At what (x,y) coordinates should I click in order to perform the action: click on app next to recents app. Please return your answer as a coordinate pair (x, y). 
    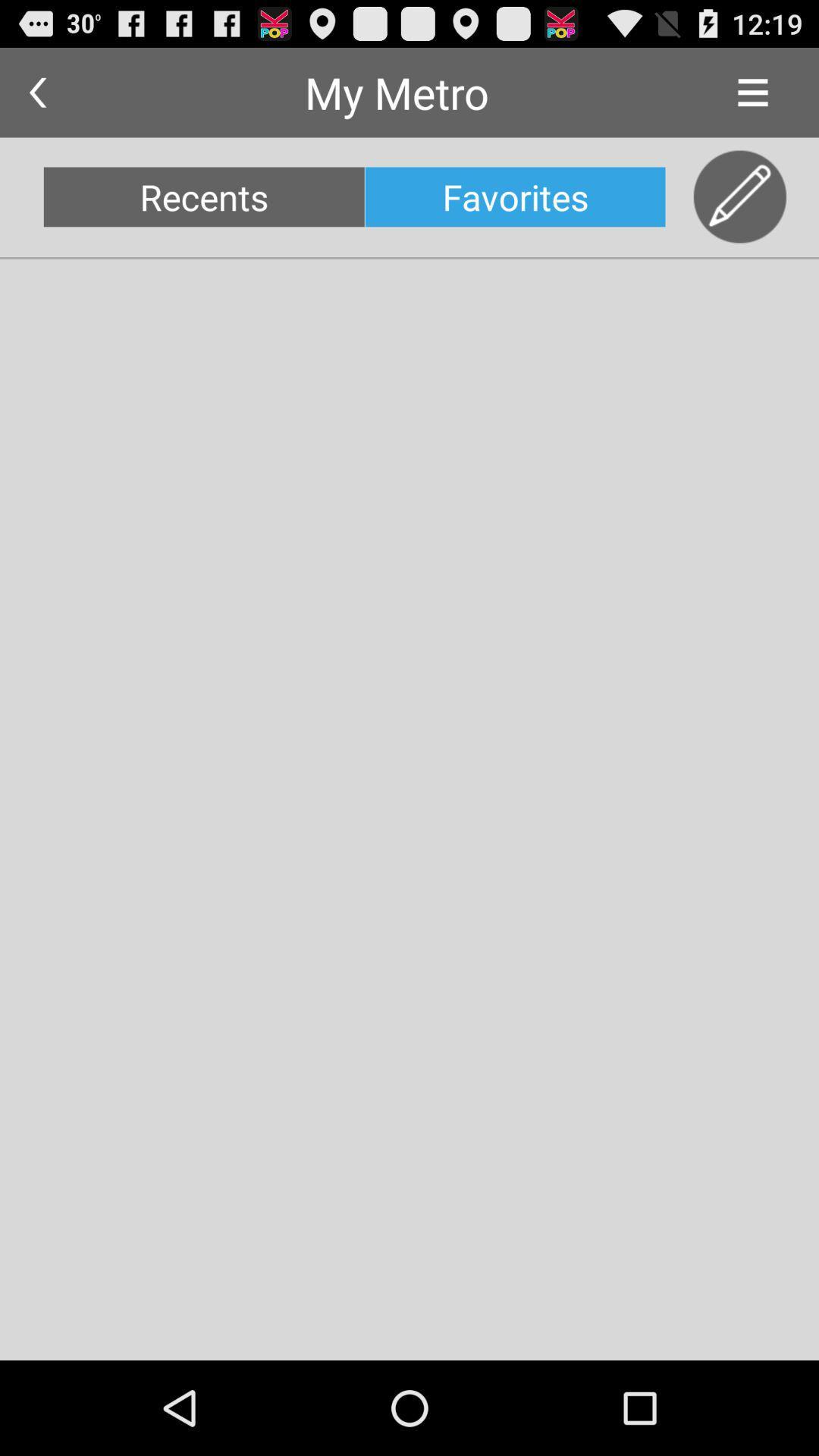
    Looking at the image, I should click on (514, 196).